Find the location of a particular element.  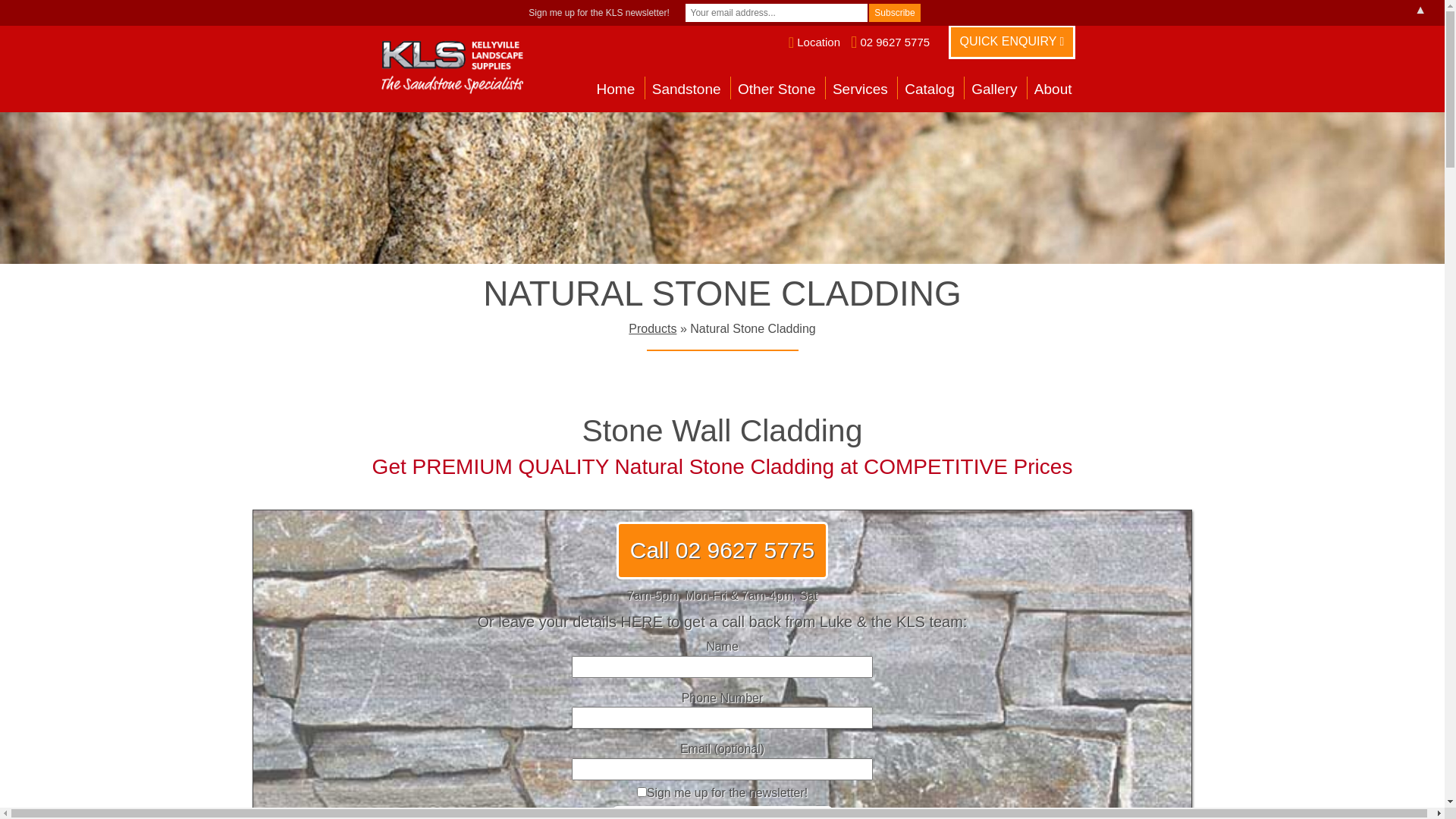

'Sandstone' is located at coordinates (686, 91).